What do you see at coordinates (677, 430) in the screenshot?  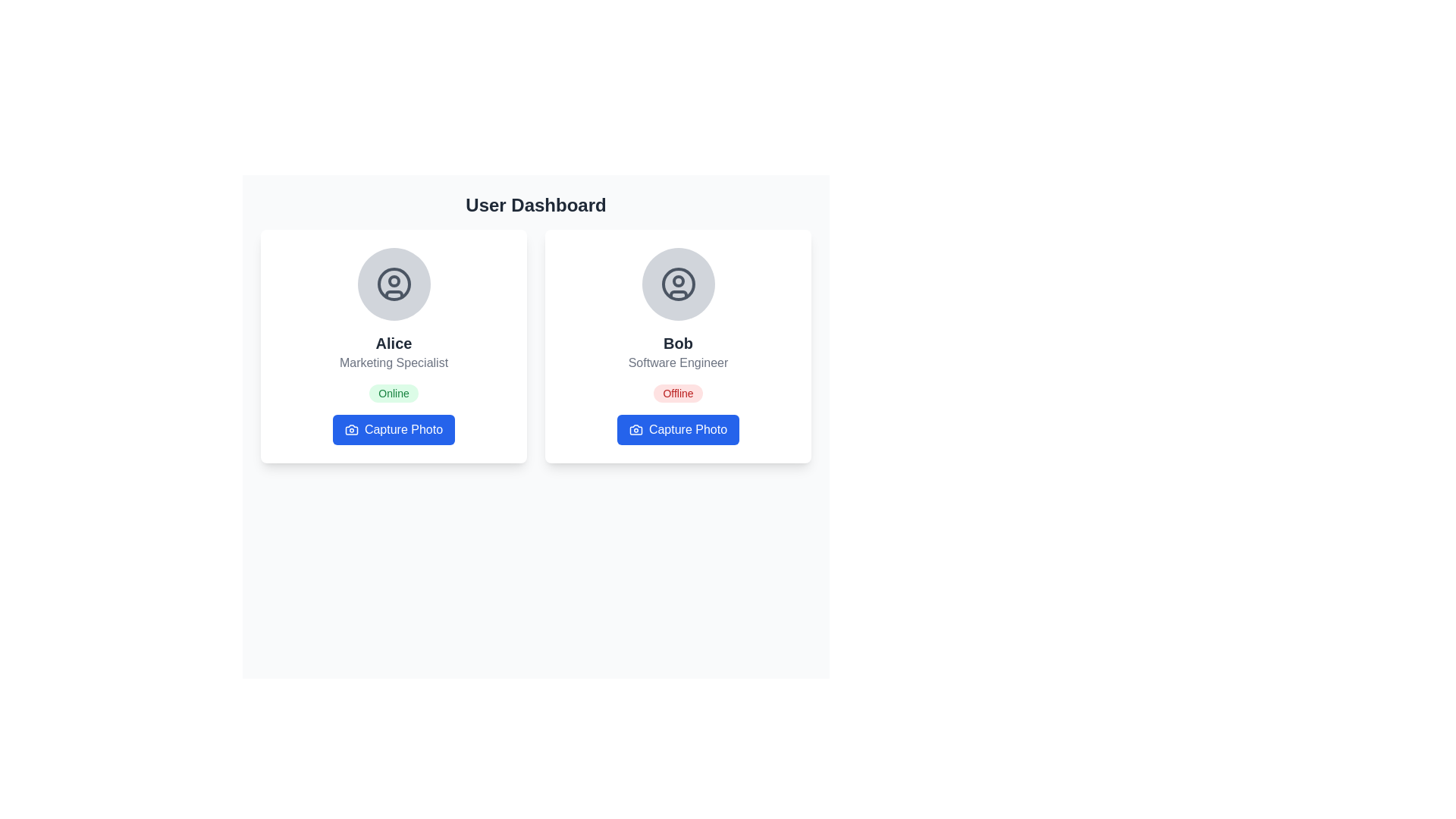 I see `the 'Capture Photo' button with a blue background, which features white text and a camera icon` at bounding box center [677, 430].